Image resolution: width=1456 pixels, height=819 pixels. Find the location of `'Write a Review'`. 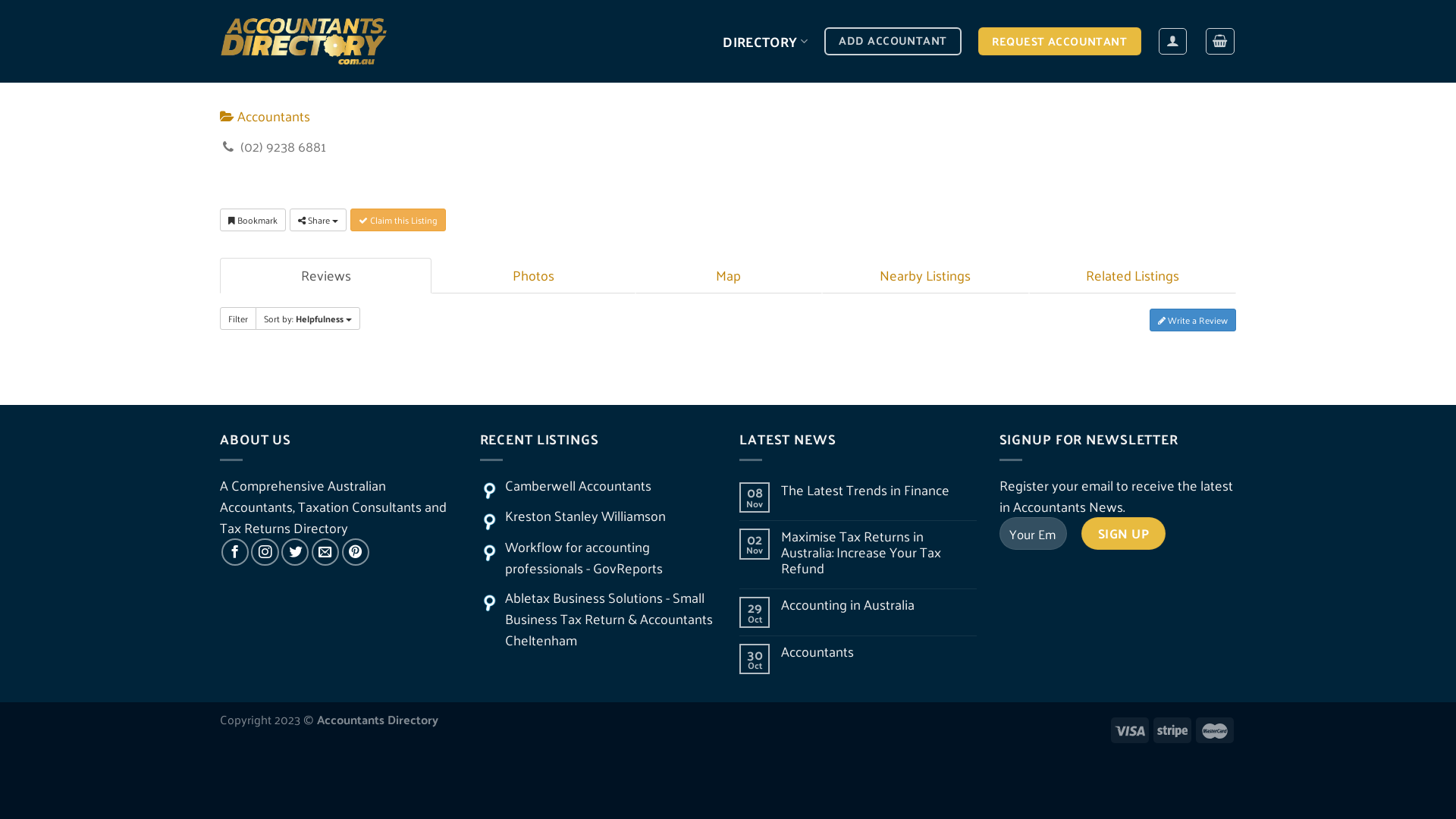

'Write a Review' is located at coordinates (1192, 318).